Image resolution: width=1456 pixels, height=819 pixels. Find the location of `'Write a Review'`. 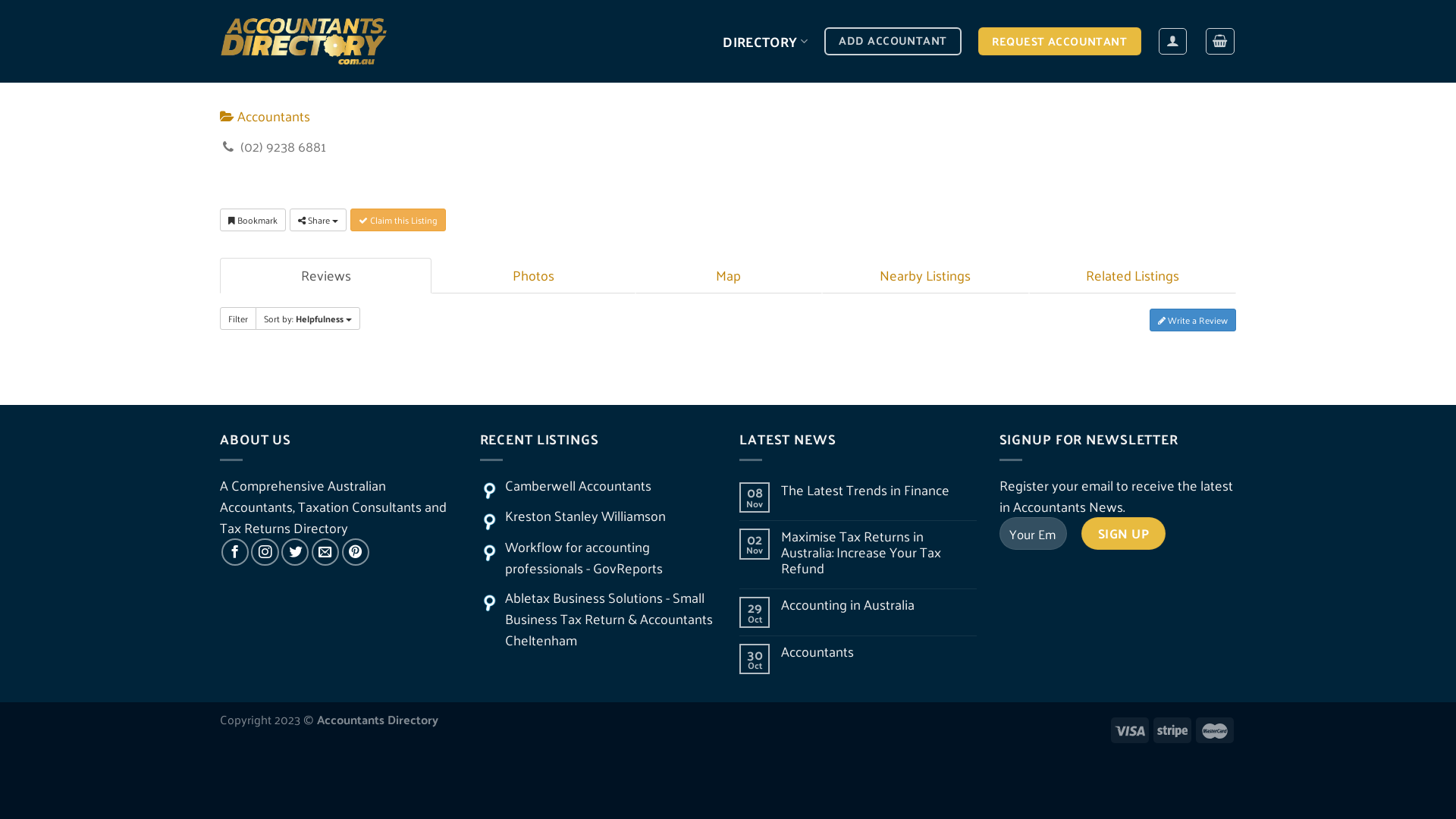

'Write a Review' is located at coordinates (1192, 318).